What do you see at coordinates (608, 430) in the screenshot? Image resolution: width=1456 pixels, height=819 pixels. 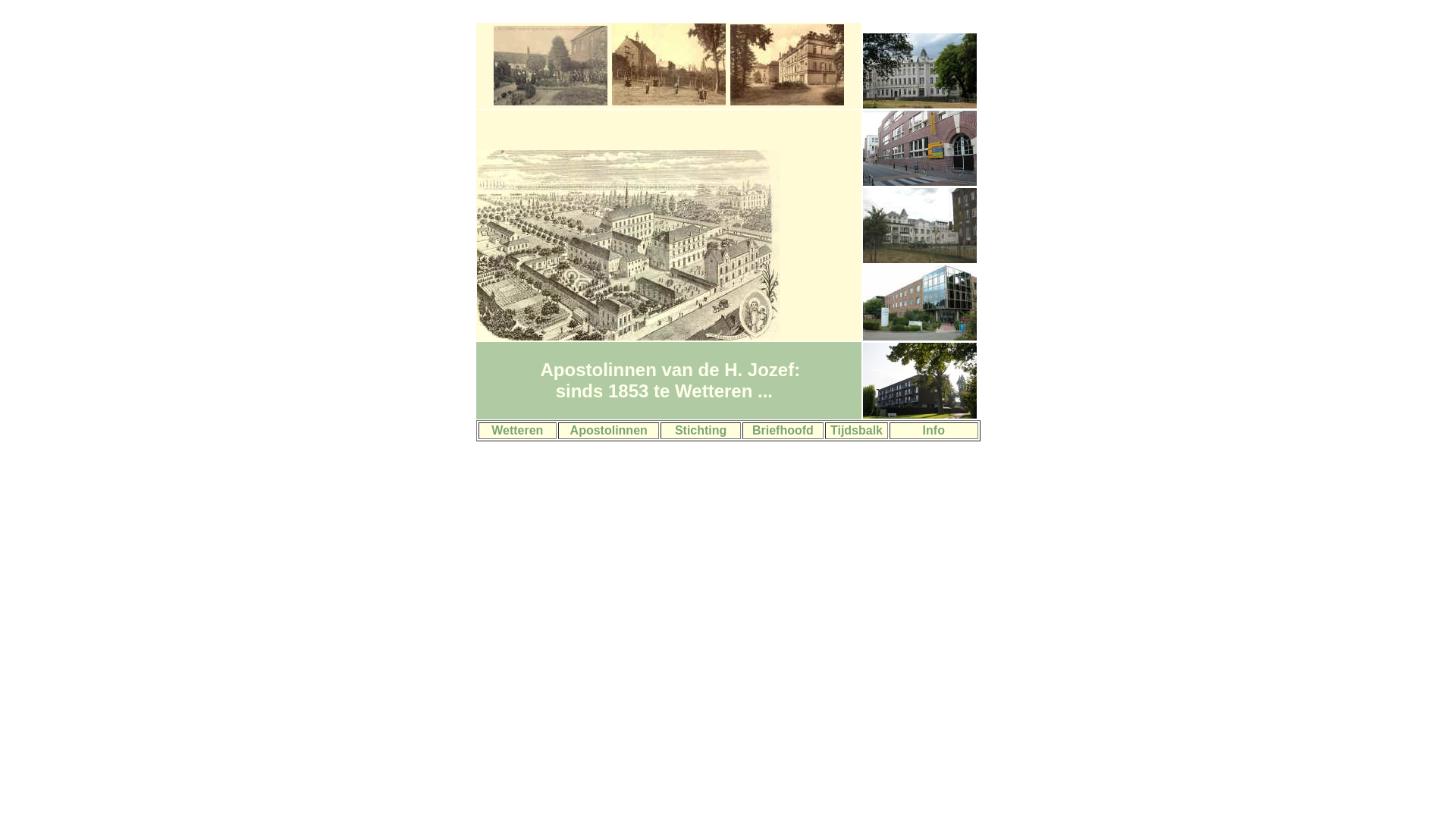 I see `'Apostolinnen'` at bounding box center [608, 430].